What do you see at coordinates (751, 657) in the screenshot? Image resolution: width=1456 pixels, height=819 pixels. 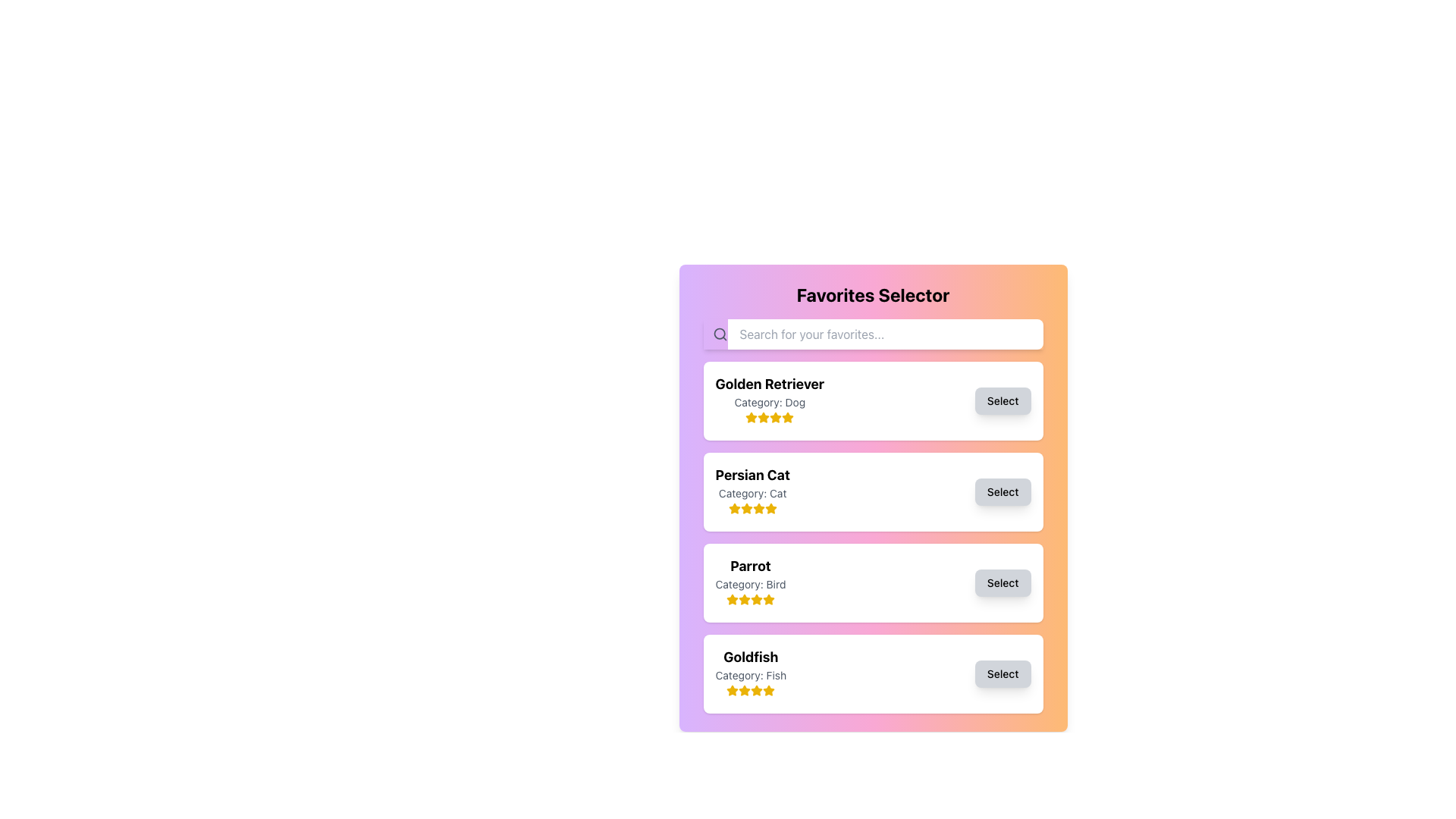 I see `the text label that serves as the title for the 'Goldfish' entry in the favorites selector interface, located at the bottom of the favorites list` at bounding box center [751, 657].